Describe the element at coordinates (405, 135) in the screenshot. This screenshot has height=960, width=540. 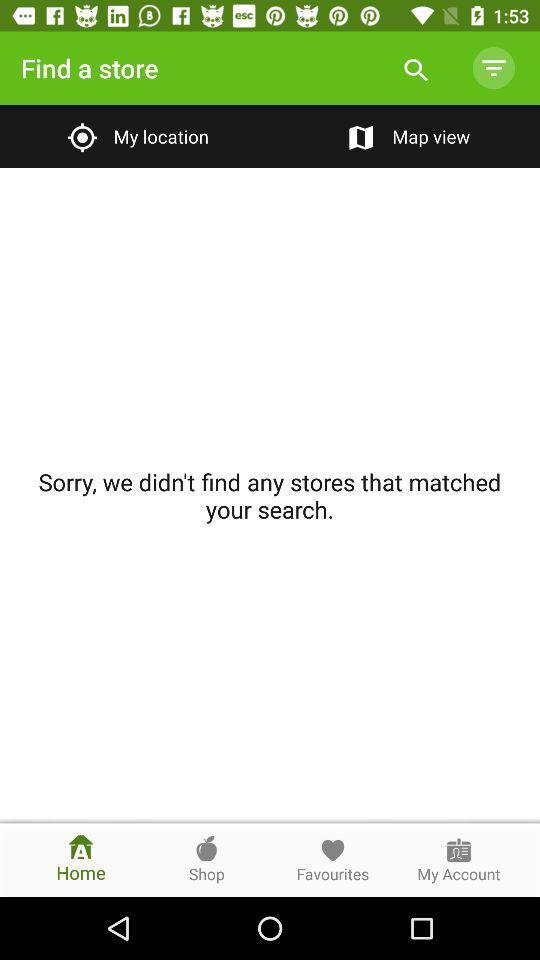
I see `the item to the right of the my location item` at that location.